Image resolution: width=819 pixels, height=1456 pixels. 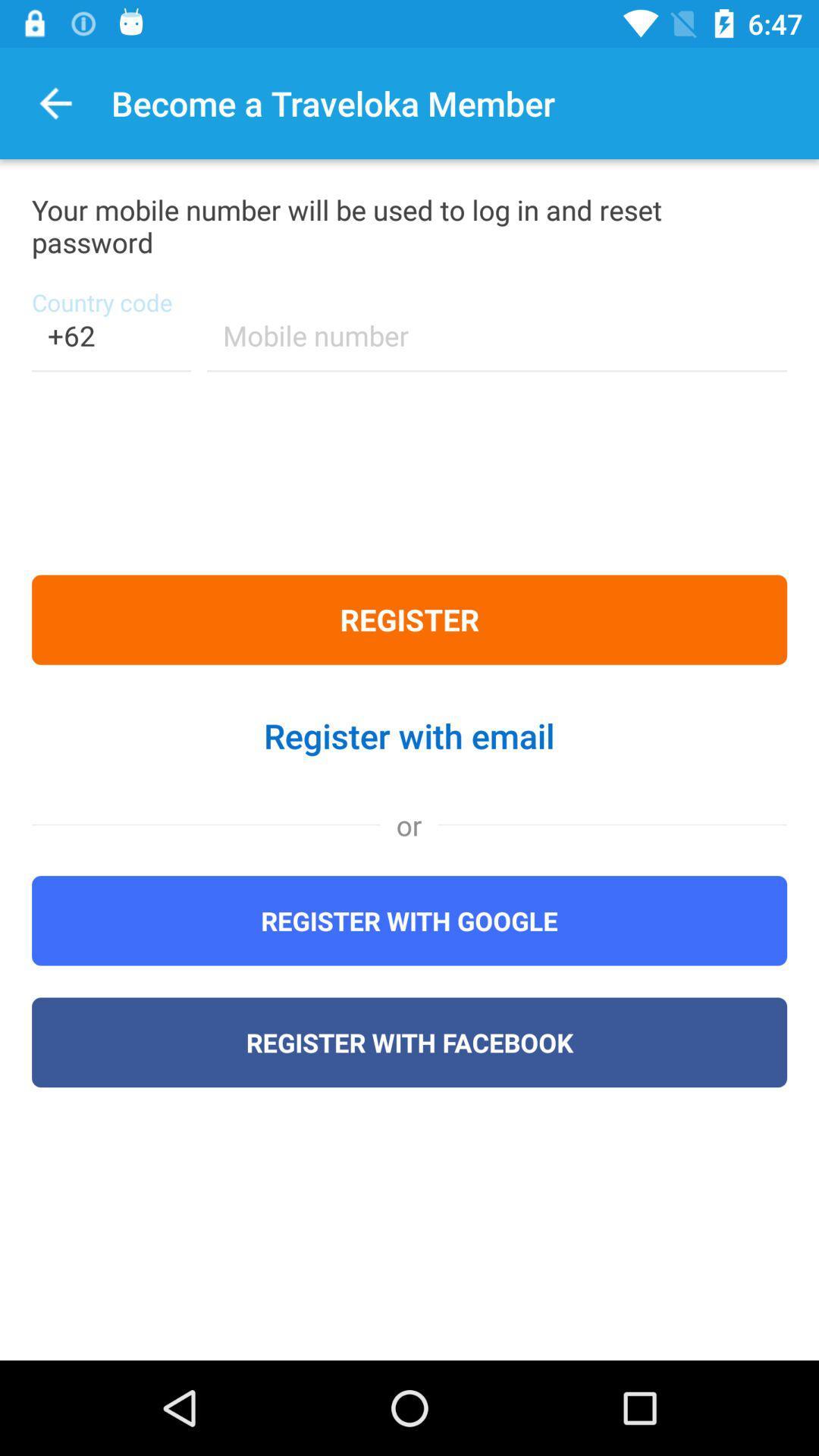 I want to click on the item next to +62 item, so click(x=497, y=344).